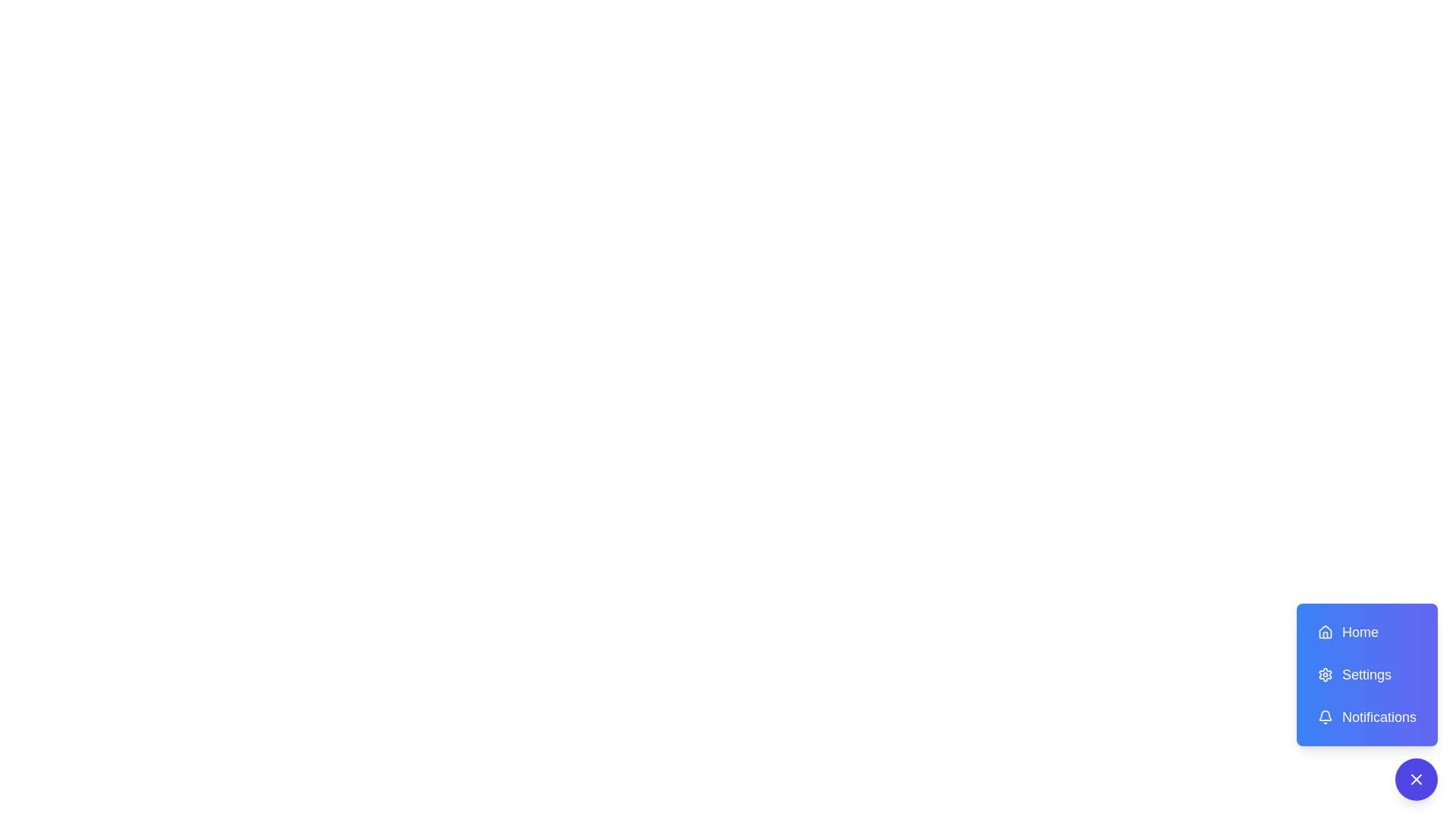 The height and width of the screenshot is (819, 1456). I want to click on the 'Notifications' label located at the bottom right of the dropdown menu, so click(1379, 717).